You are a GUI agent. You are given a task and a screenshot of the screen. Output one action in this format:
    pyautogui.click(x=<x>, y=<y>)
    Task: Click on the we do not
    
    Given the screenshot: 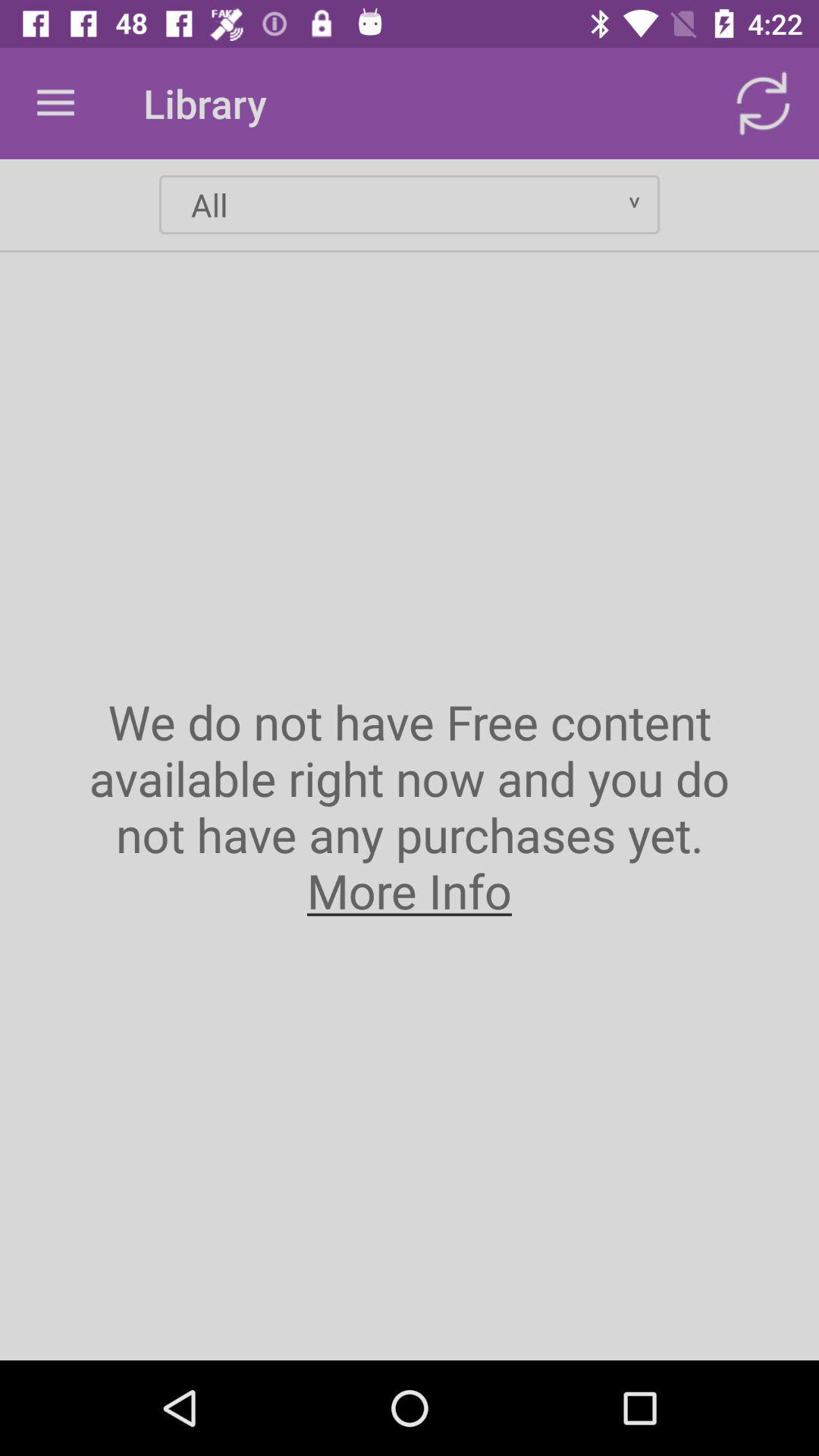 What is the action you would take?
    pyautogui.click(x=409, y=805)
    